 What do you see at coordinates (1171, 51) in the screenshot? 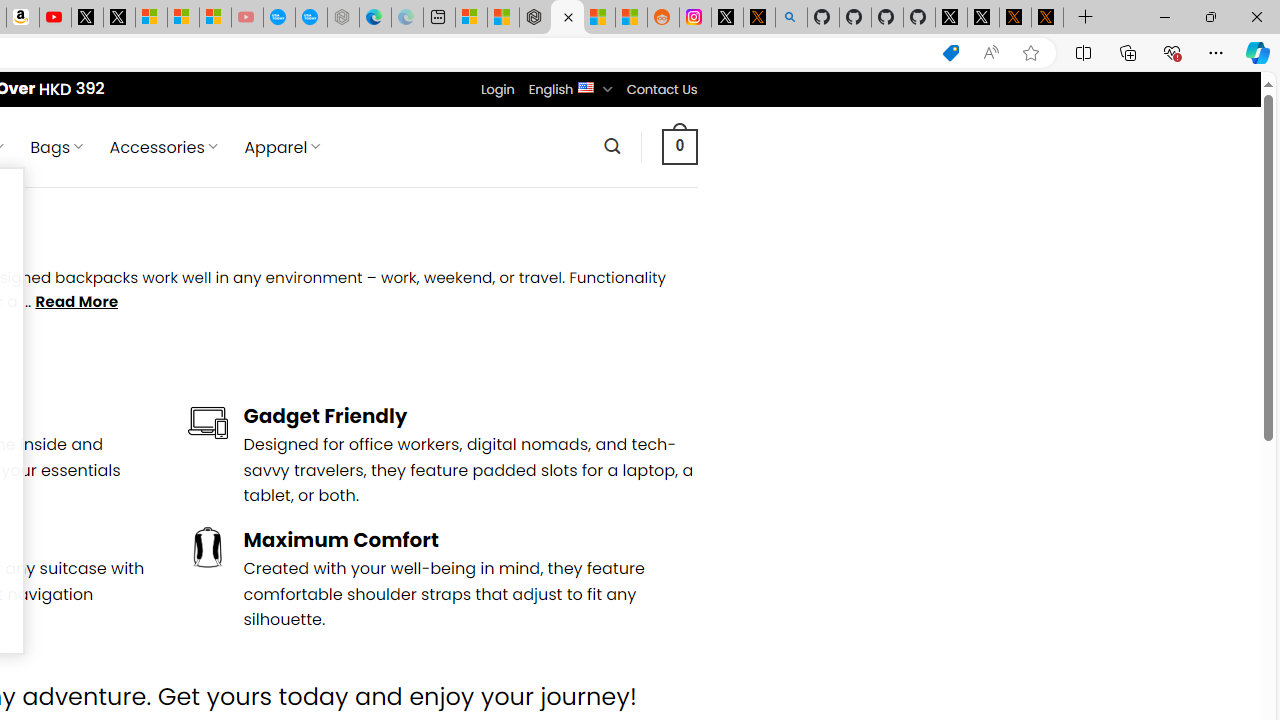
I see `'Browser essentials'` at bounding box center [1171, 51].